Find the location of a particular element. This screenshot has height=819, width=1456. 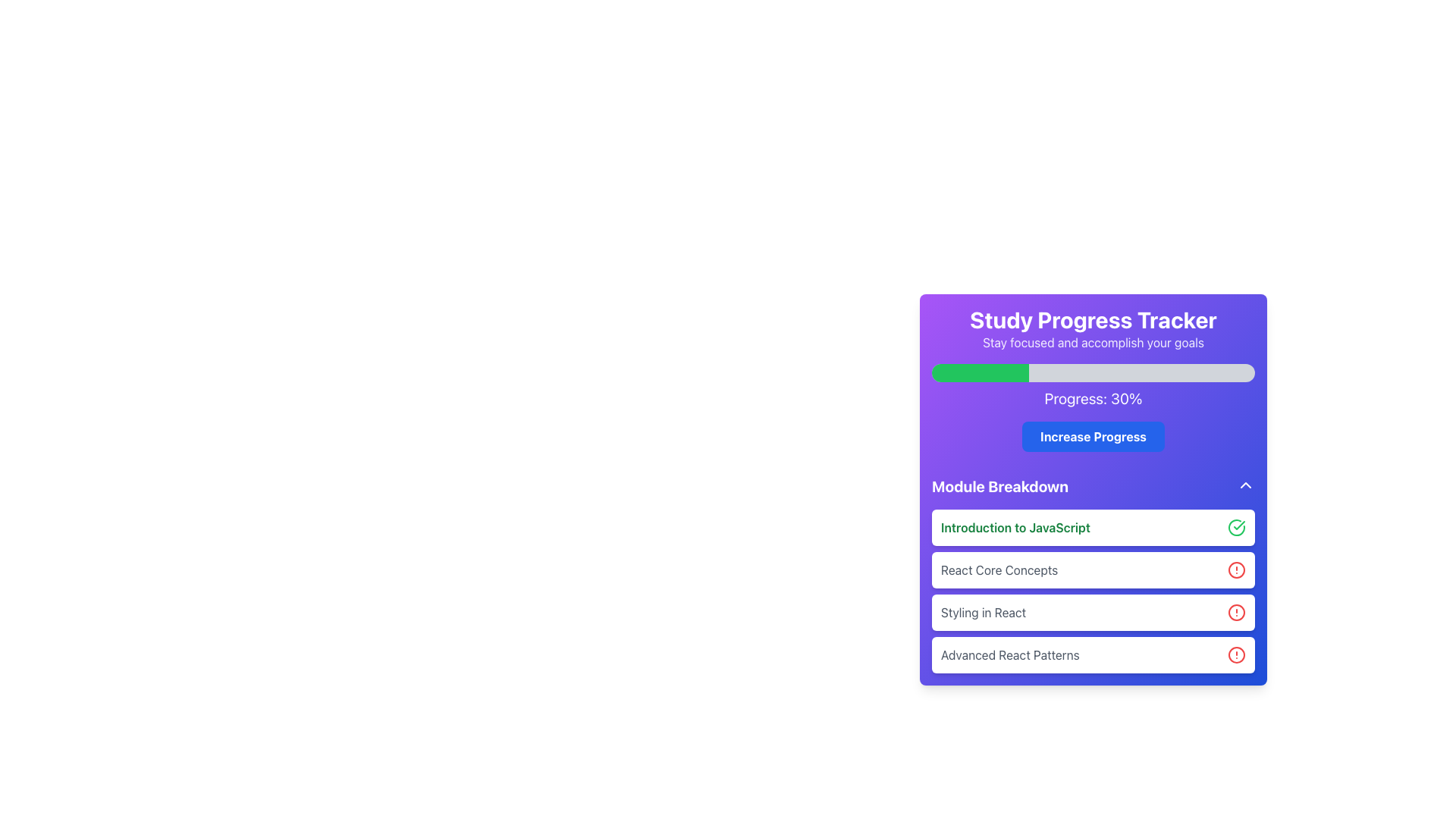

the upward-pointing chevron icon button, which is located to the right of the 'Module Breakdown' text is located at coordinates (1245, 485).